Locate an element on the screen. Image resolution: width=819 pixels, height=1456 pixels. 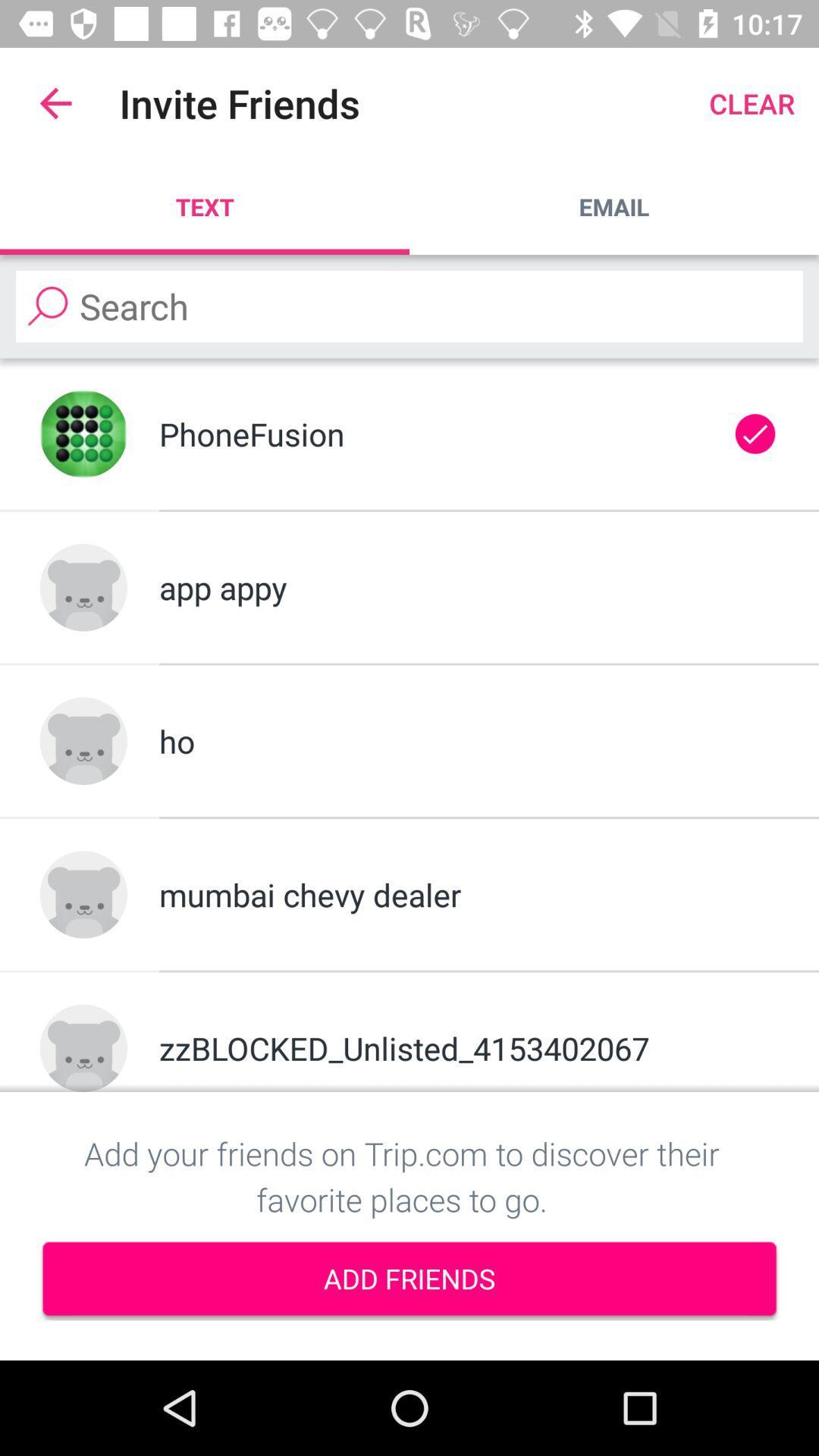
icon next to text icon is located at coordinates (614, 206).